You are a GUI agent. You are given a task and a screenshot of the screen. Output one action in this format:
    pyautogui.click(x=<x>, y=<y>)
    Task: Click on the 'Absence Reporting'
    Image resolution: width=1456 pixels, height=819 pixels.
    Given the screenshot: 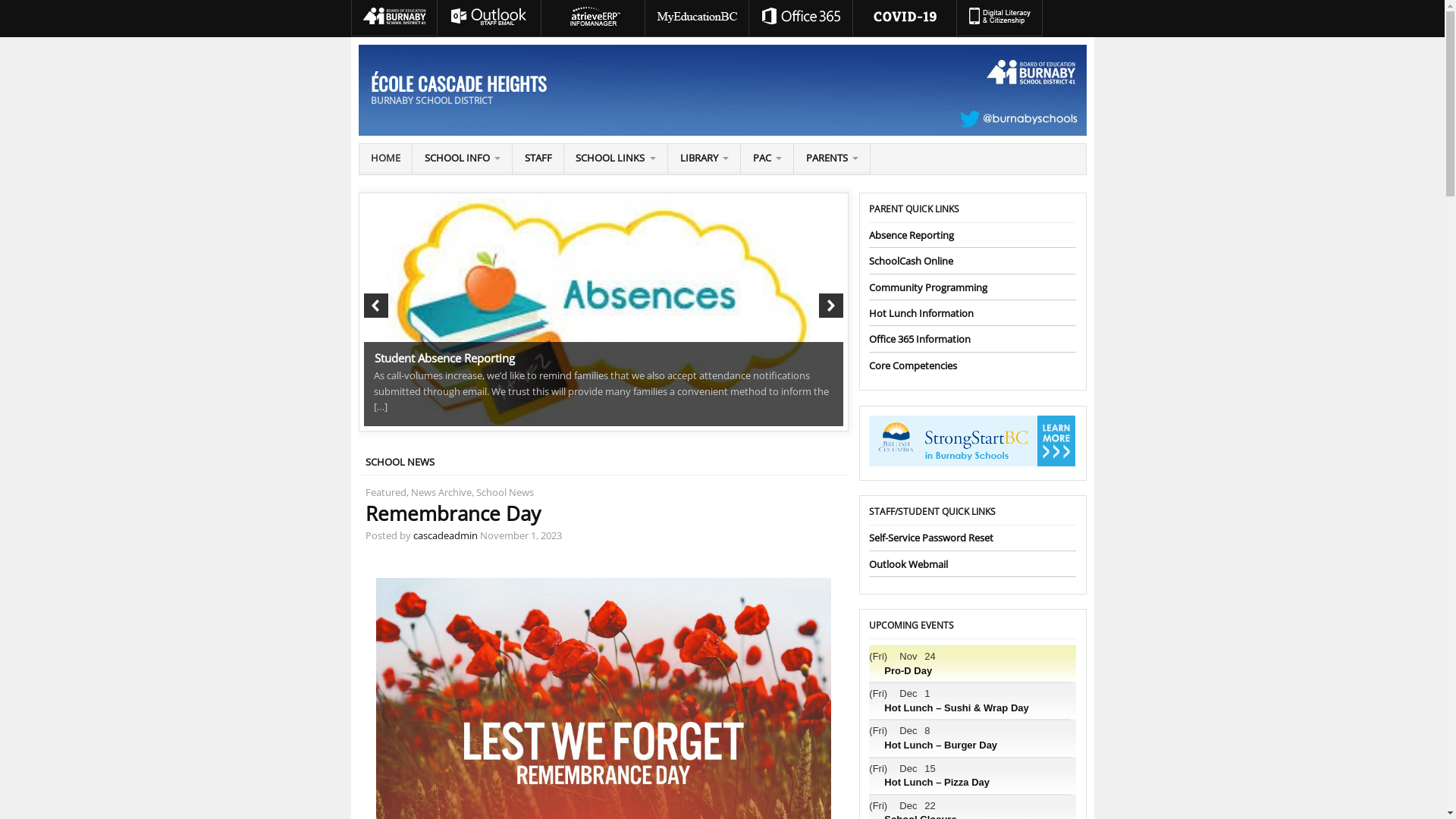 What is the action you would take?
    pyautogui.click(x=910, y=234)
    